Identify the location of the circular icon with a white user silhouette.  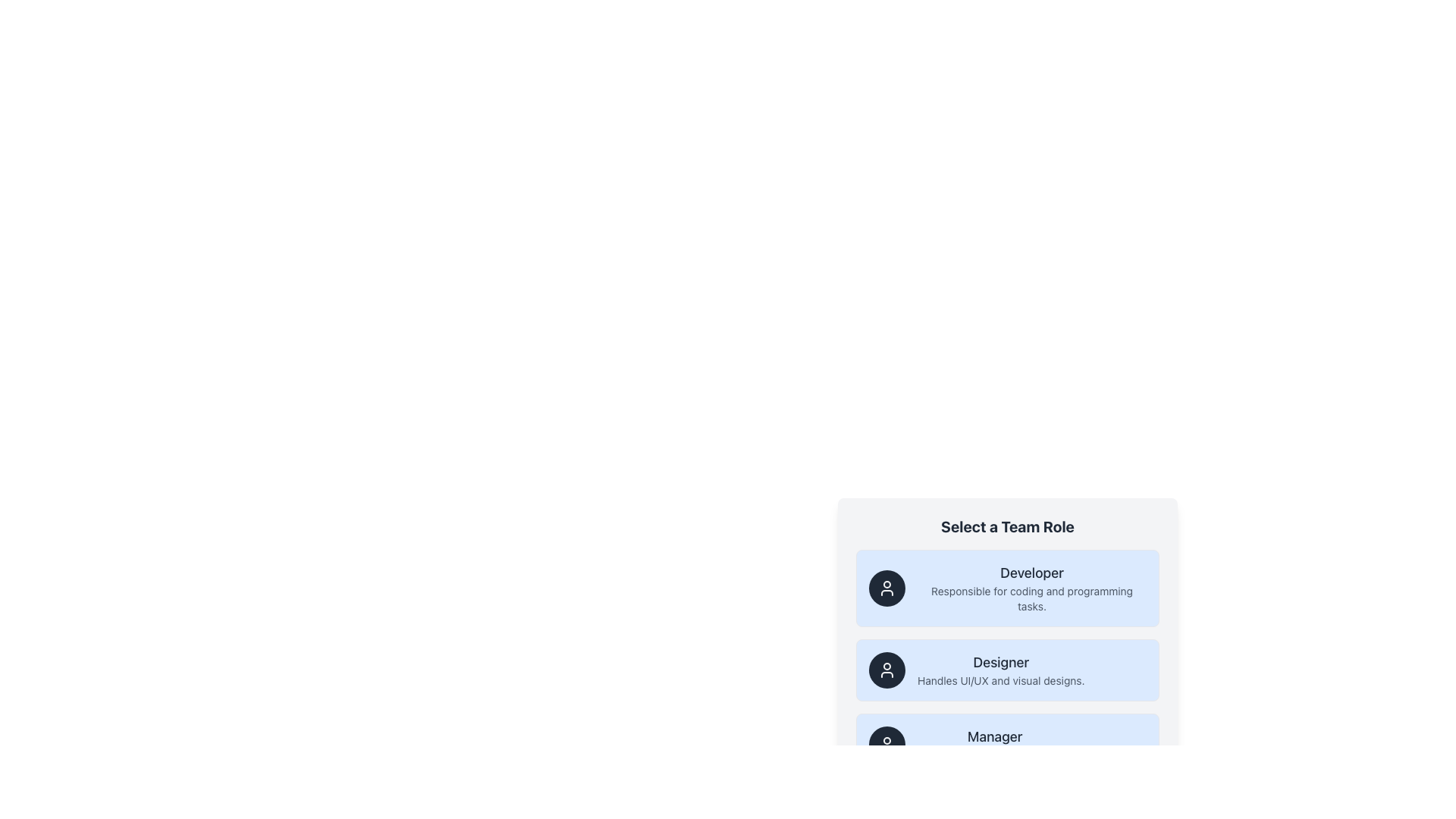
(887, 669).